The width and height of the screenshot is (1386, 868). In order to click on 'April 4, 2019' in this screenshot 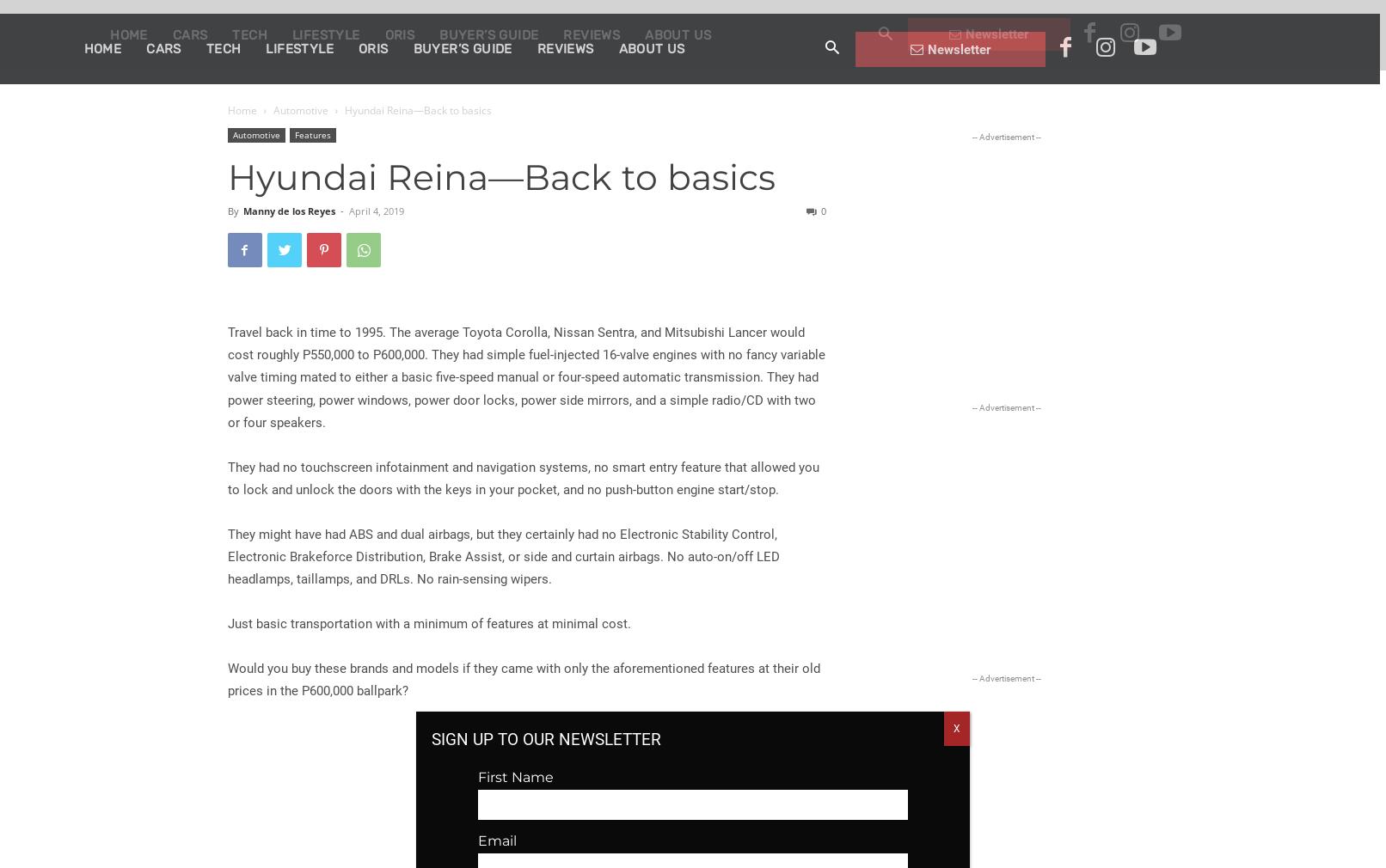, I will do `click(376, 210)`.